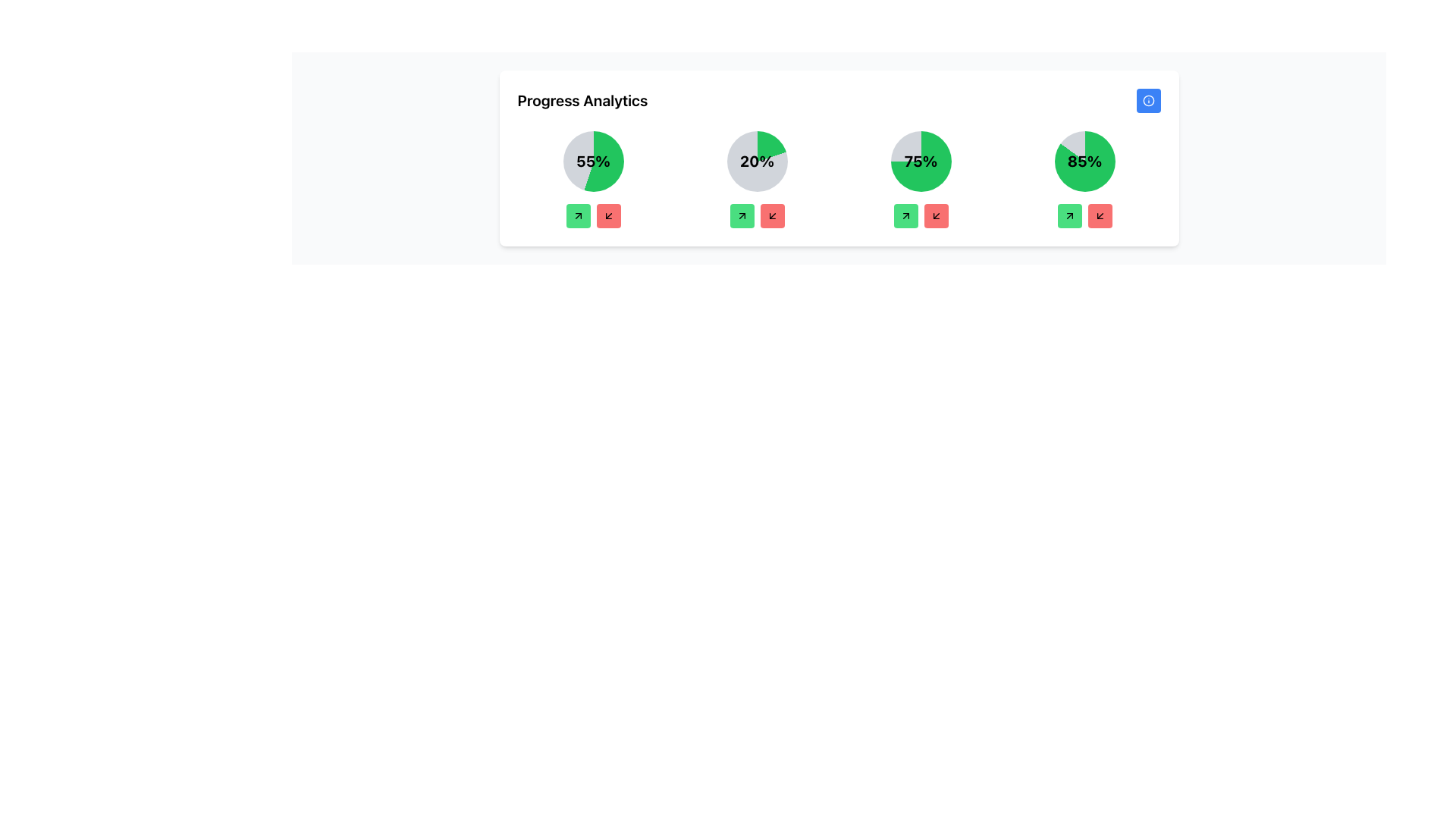 The image size is (1456, 819). What do you see at coordinates (1068, 216) in the screenshot?
I see `the arrow icon within the green button located below the '85%' progress display` at bounding box center [1068, 216].